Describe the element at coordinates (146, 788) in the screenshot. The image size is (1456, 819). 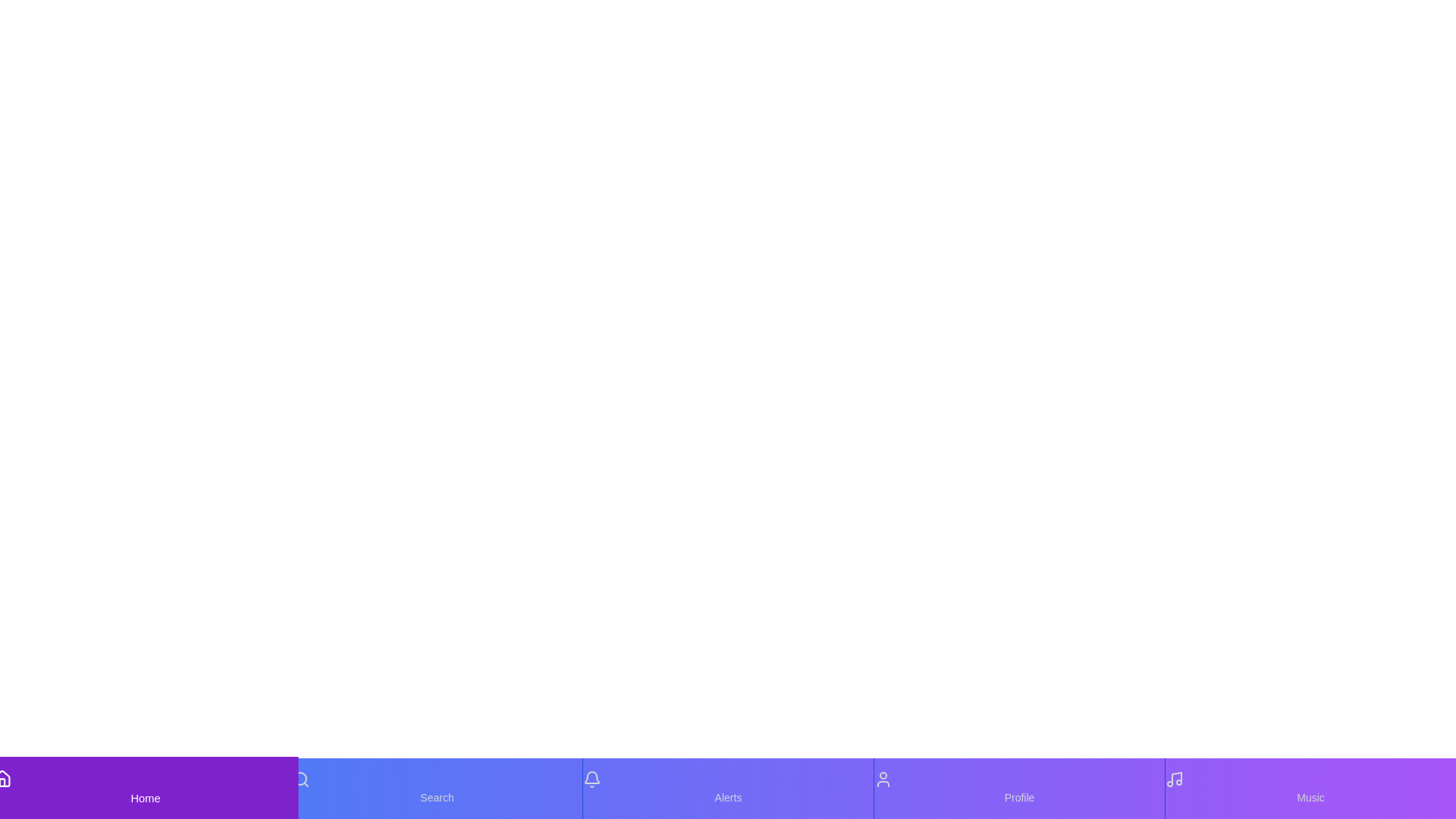
I see `the Home tab in the MultimediaBottomNavigation component` at that location.